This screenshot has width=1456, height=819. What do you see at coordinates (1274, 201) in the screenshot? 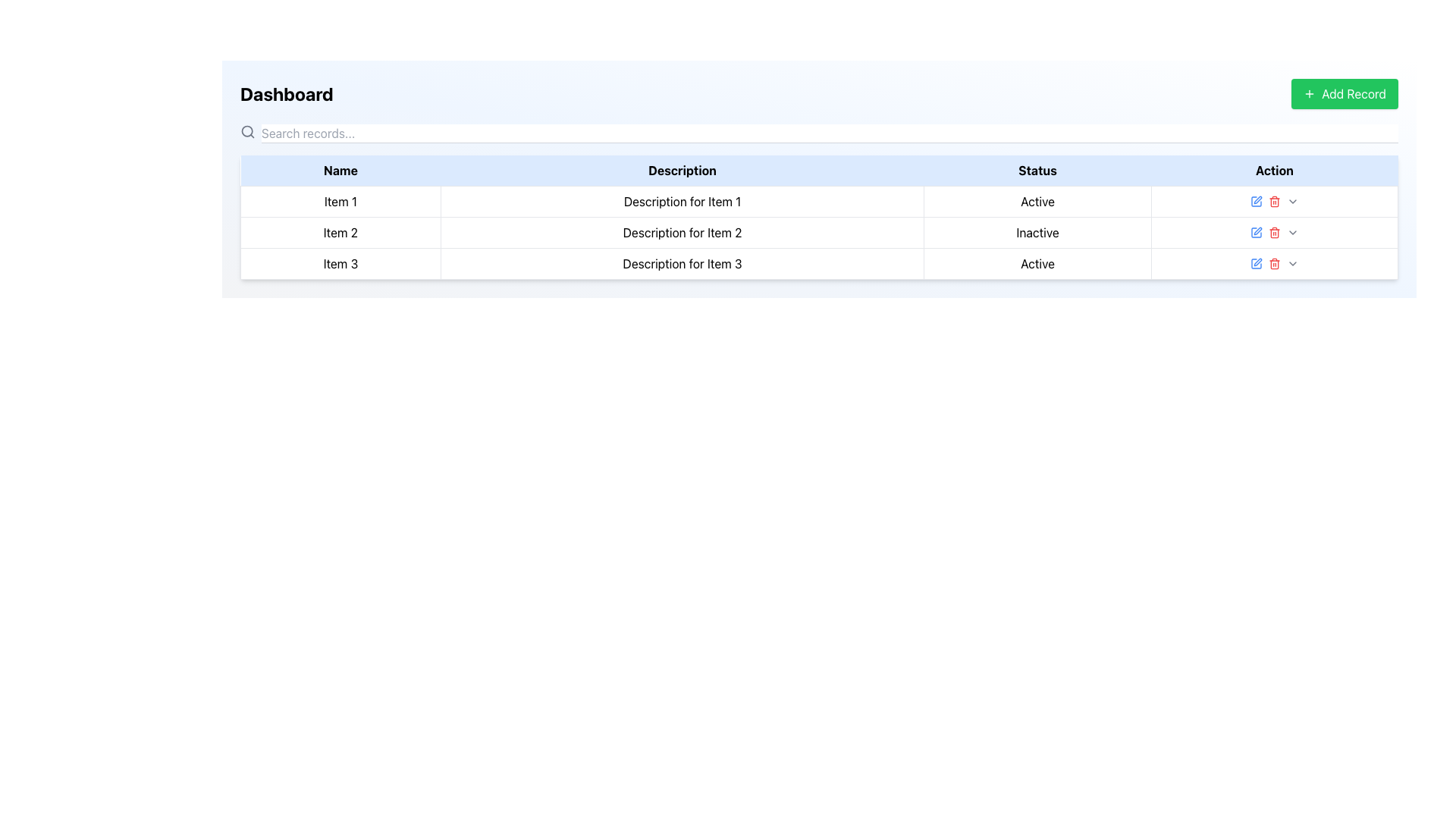
I see `the red-colored trash bin icon located in the 'Action' column of the first row of the table` at bounding box center [1274, 201].